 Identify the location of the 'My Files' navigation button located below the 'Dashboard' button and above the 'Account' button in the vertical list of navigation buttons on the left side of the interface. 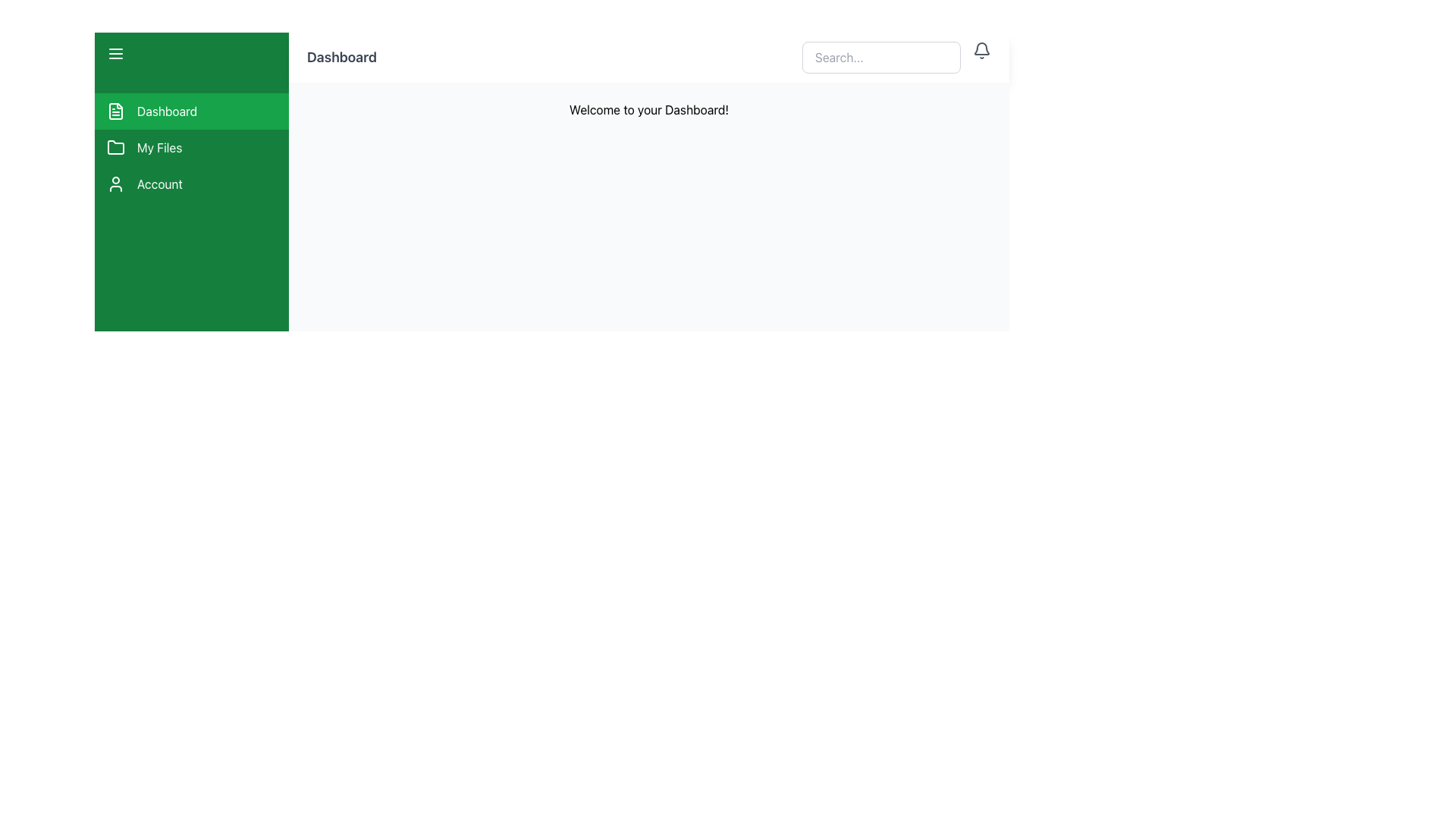
(191, 148).